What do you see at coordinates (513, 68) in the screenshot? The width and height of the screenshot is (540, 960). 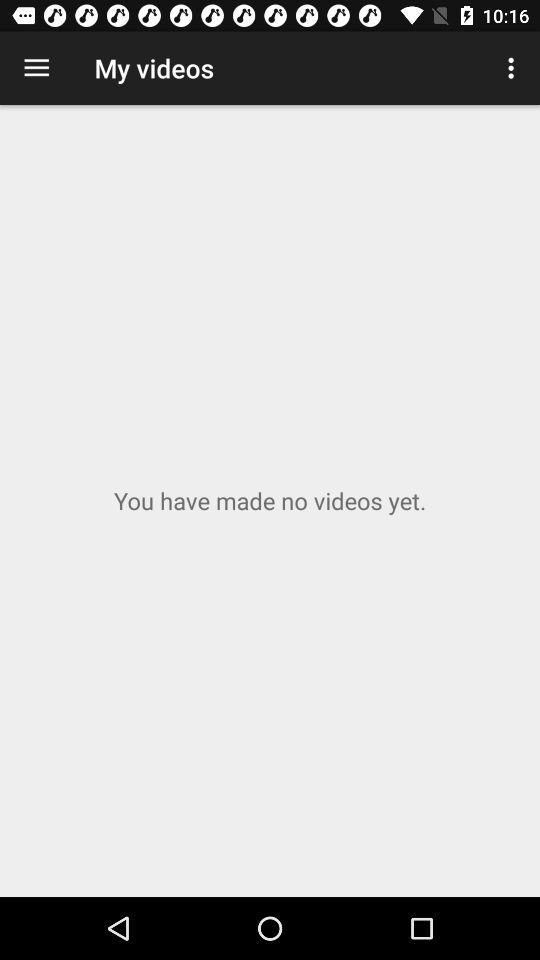 I see `the item above you have made icon` at bounding box center [513, 68].